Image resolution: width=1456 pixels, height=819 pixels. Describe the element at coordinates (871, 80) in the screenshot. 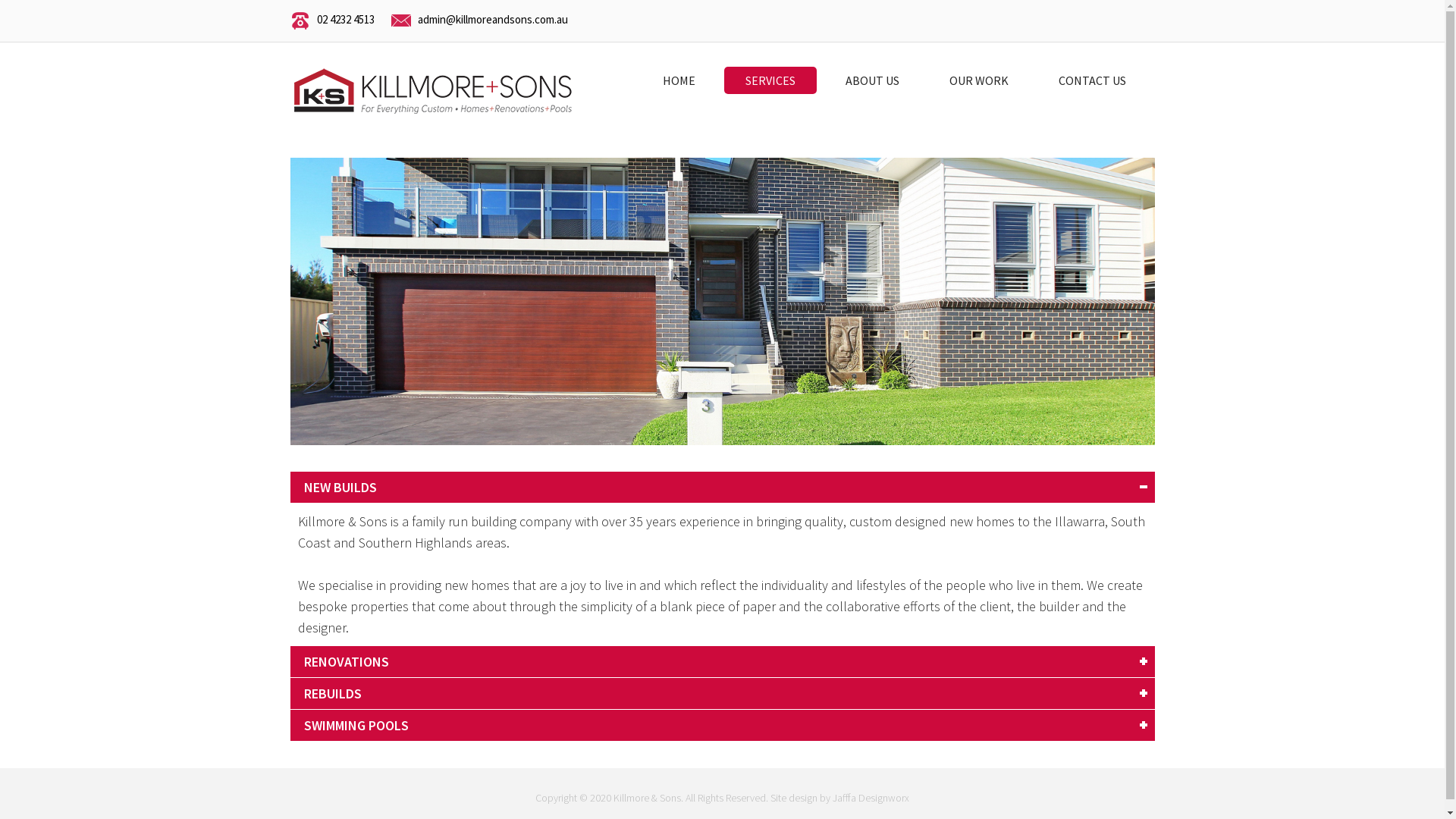

I see `'ABOUT US'` at that location.